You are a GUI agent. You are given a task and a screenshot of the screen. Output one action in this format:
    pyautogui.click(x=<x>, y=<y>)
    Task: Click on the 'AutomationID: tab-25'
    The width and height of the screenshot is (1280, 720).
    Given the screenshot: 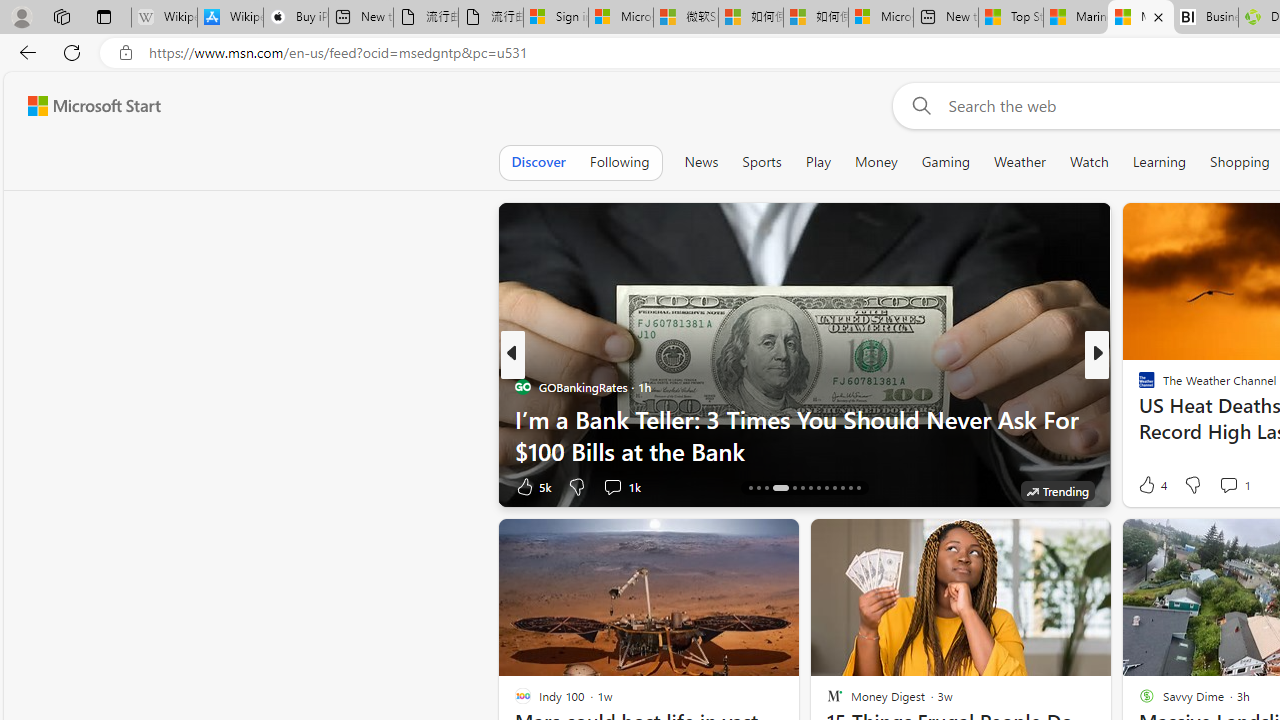 What is the action you would take?
    pyautogui.click(x=850, y=488)
    